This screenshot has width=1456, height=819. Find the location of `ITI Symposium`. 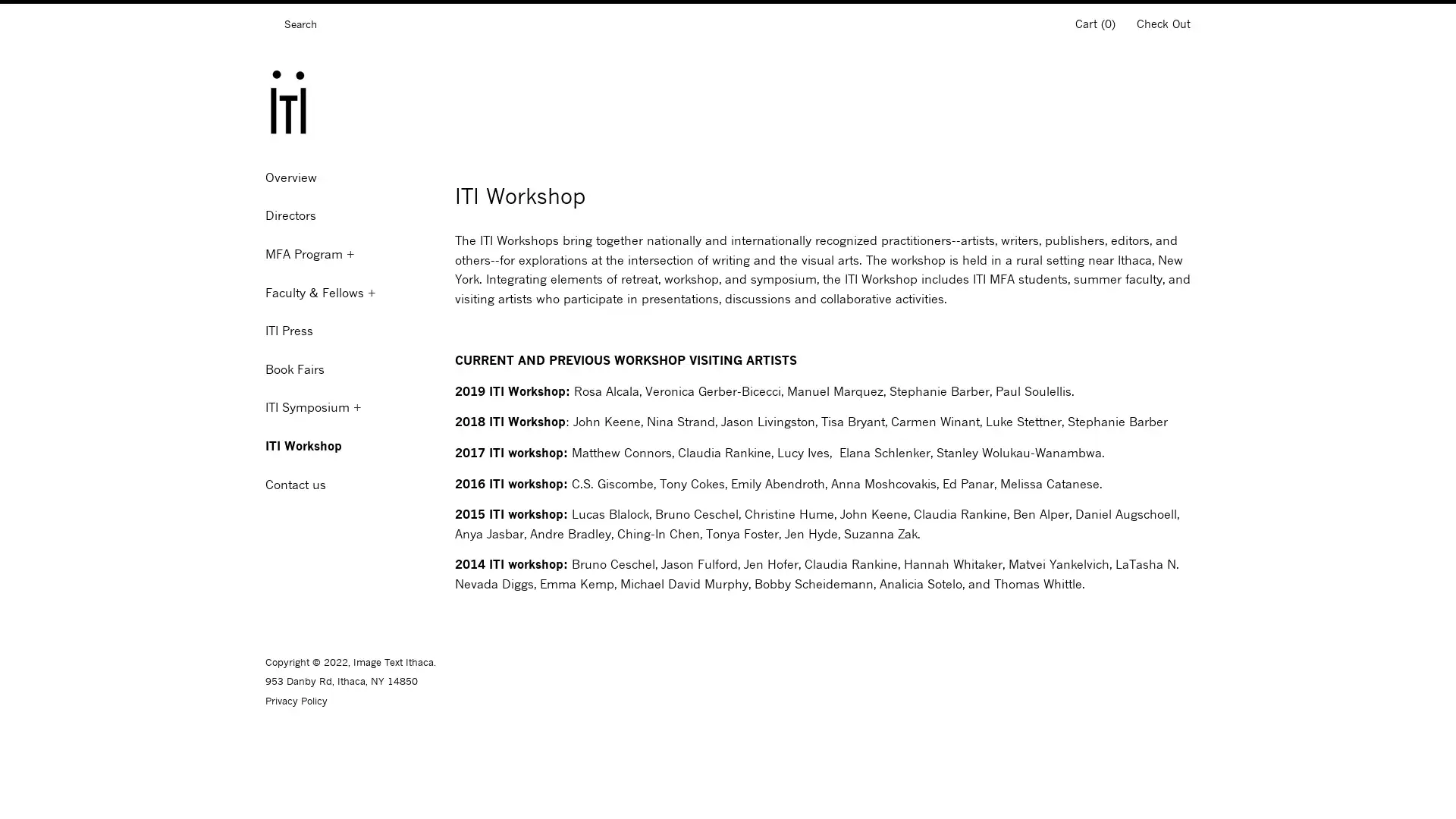

ITI Symposium is located at coordinates (348, 406).